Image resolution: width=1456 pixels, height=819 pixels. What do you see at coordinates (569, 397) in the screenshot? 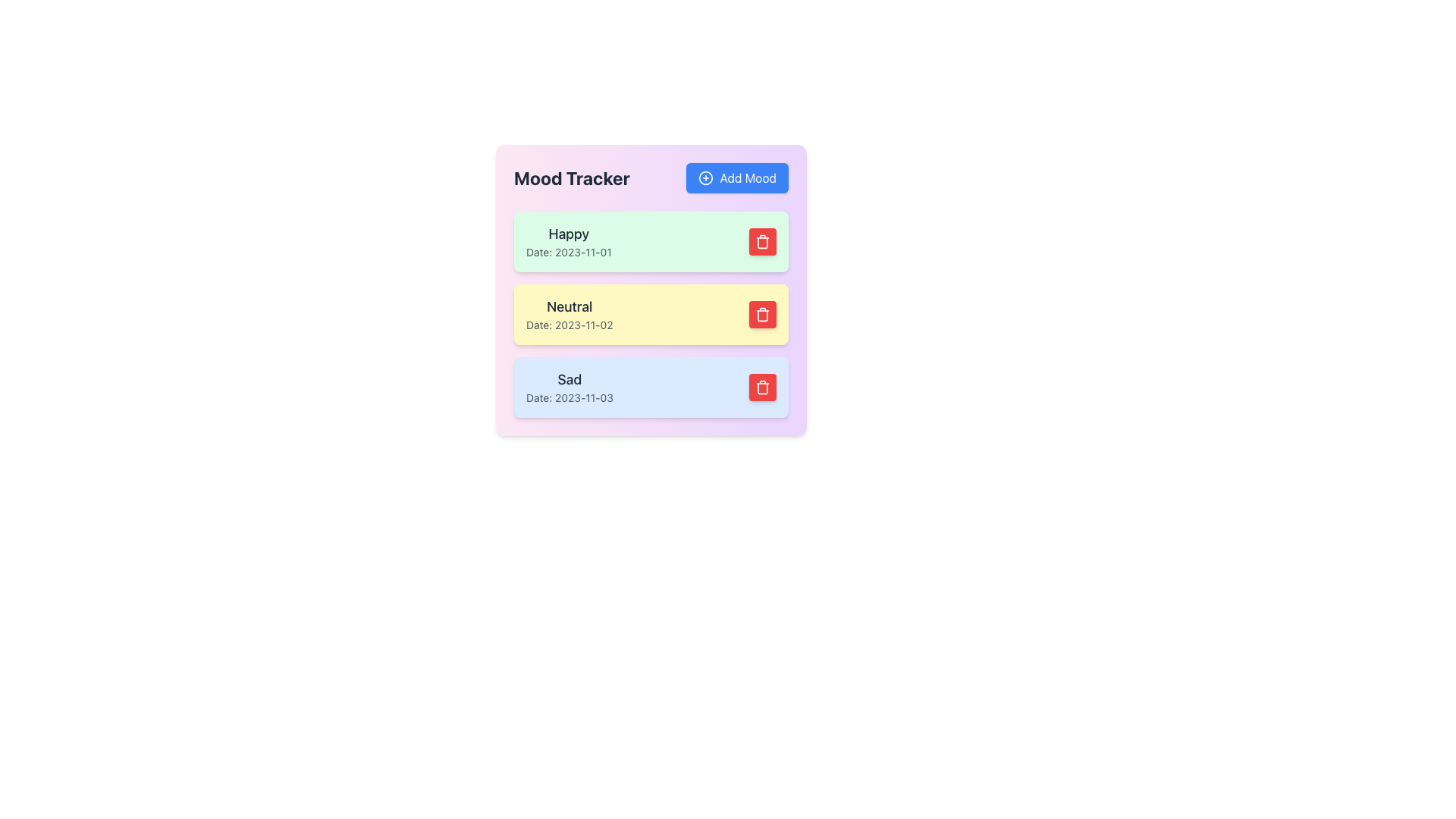
I see `the text label displaying 'Date: 2023-11-03', which is styled in a small gray font and located under the label 'Sad' within a blue rectangular section of mood entries` at bounding box center [569, 397].